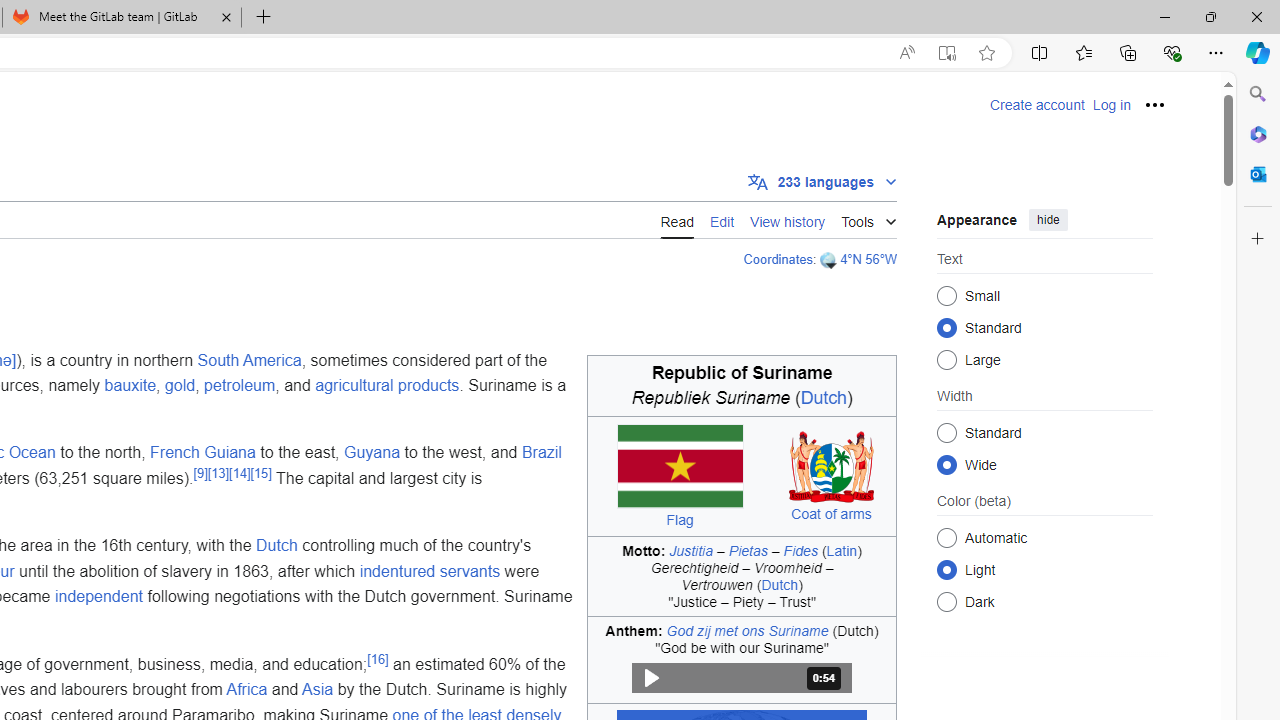 Image resolution: width=1280 pixels, height=720 pixels. What do you see at coordinates (720, 219) in the screenshot?
I see `'Edit'` at bounding box center [720, 219].